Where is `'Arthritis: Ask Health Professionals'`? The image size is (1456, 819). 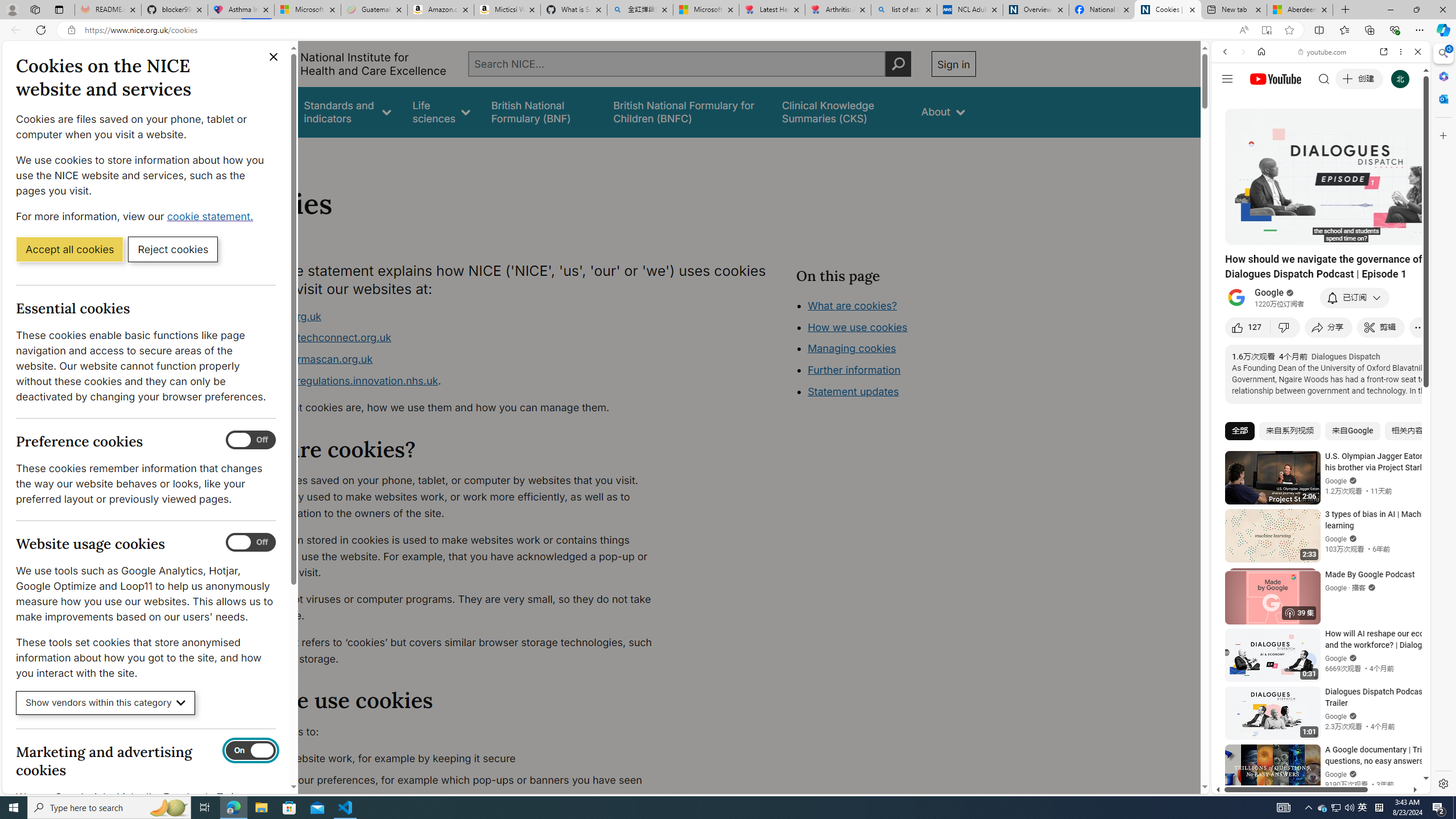
'Arthritis: Ask Health Professionals' is located at coordinates (838, 9).